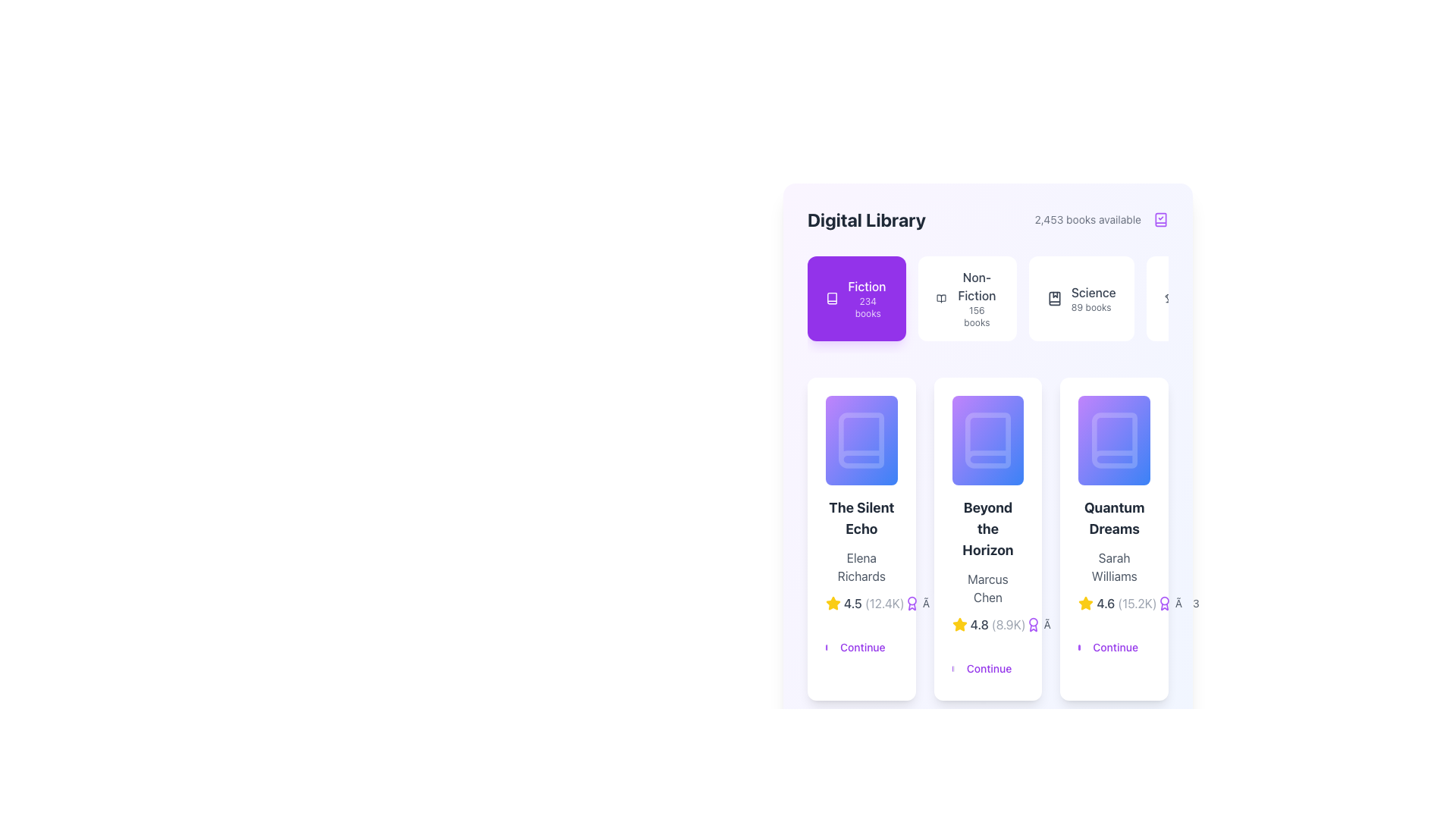 This screenshot has width=1456, height=819. What do you see at coordinates (852, 603) in the screenshot?
I see `the Text Label that visually represents the rating value for 'The Silent Echo' card, located centrally at the bottom of the card layout, adjacent to a yellow star icon and gray text '(12.4K)'` at bounding box center [852, 603].